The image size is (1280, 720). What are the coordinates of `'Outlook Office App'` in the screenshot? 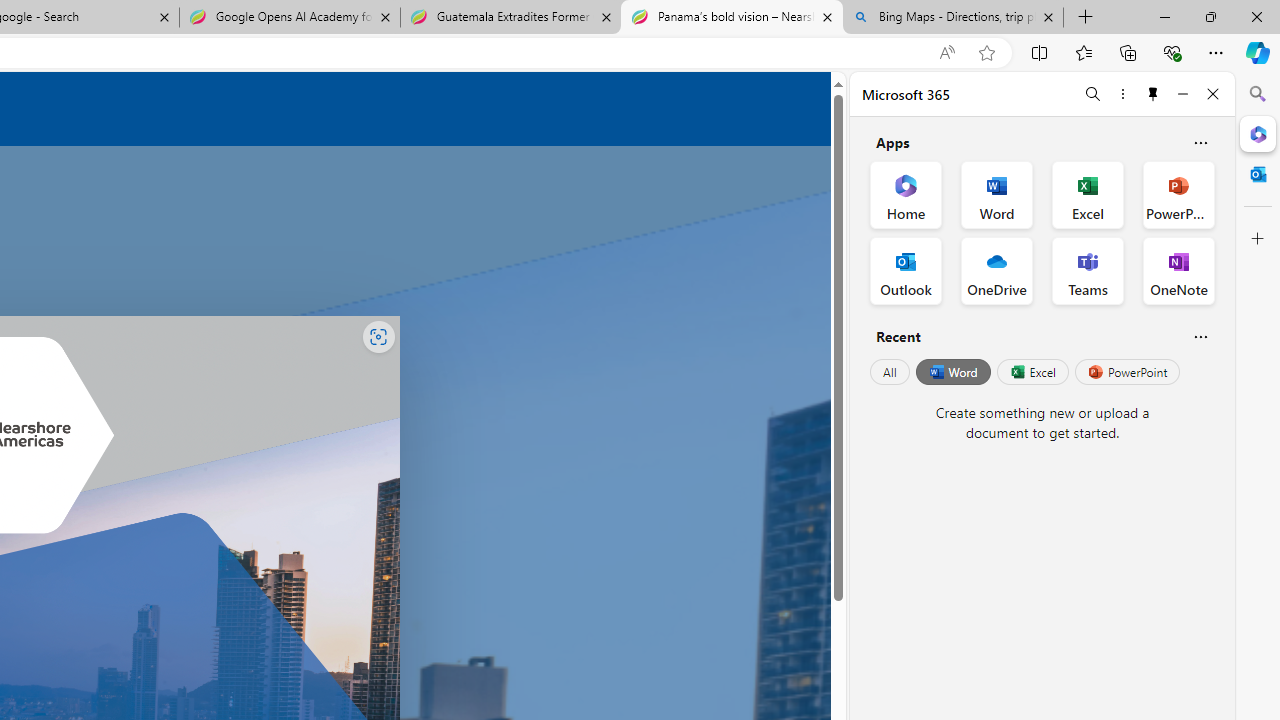 It's located at (905, 271).